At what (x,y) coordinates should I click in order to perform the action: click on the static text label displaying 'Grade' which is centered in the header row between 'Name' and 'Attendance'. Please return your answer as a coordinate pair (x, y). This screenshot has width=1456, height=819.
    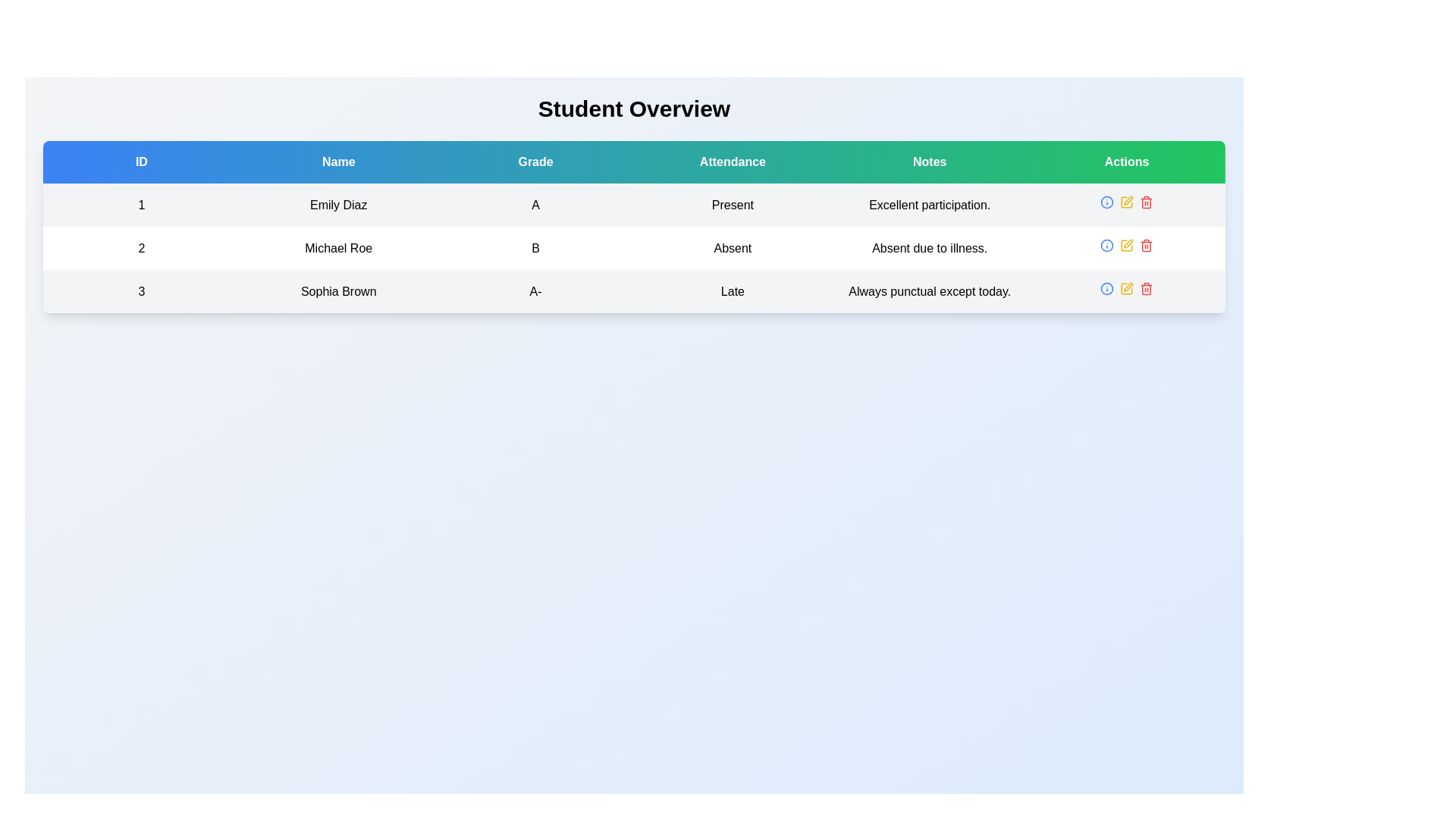
    Looking at the image, I should click on (535, 162).